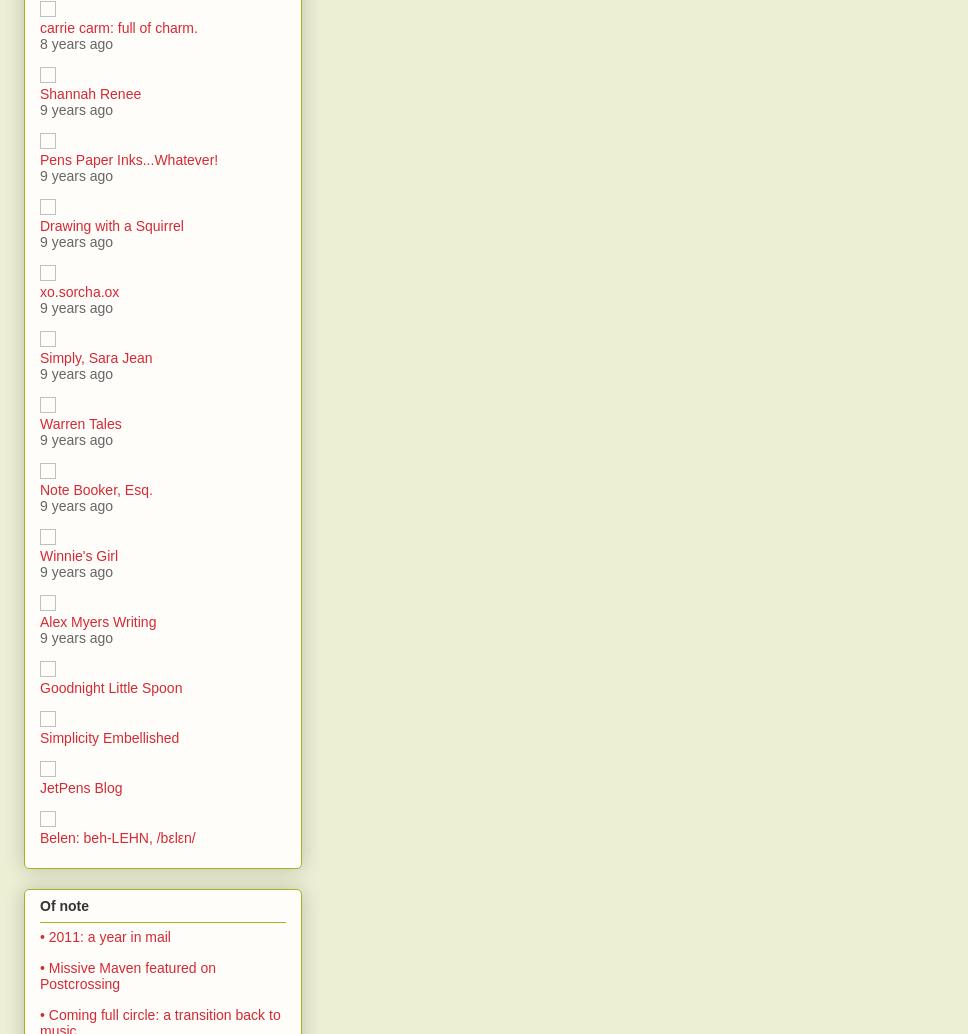 This screenshot has width=968, height=1034. Describe the element at coordinates (77, 555) in the screenshot. I see `'Winnie's Girl'` at that location.